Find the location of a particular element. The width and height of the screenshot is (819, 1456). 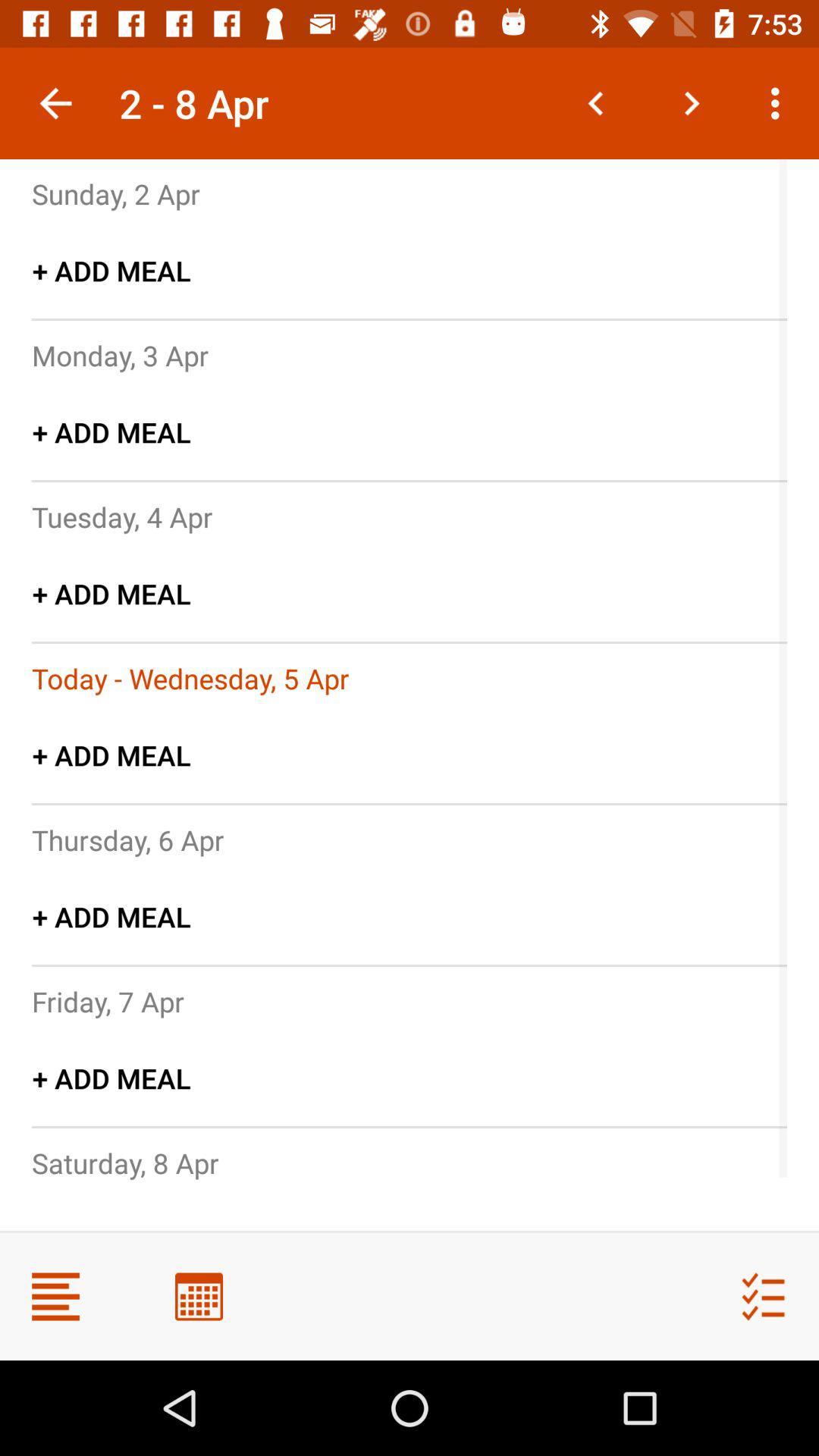

monday, 3 apr item is located at coordinates (119, 354).